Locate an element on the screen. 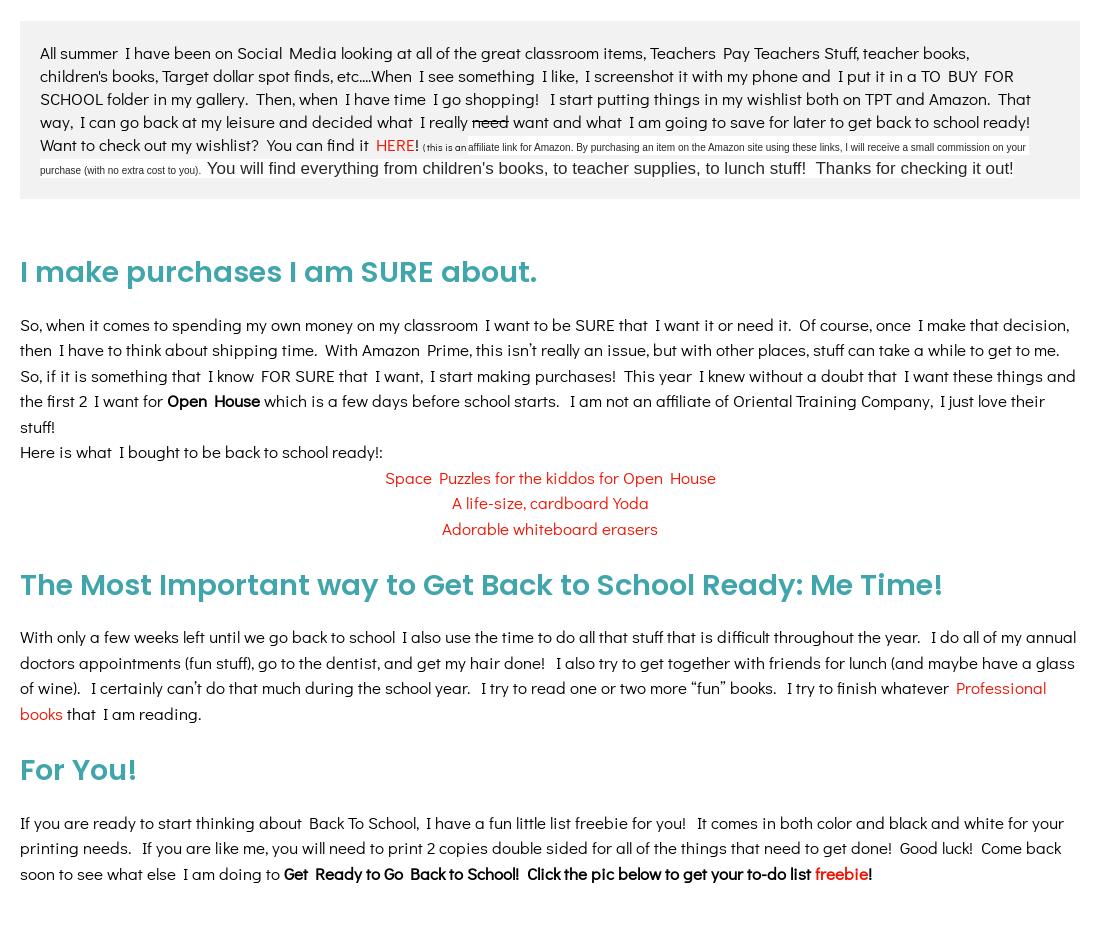 This screenshot has height=933, width=1108. 'For You!' is located at coordinates (78, 598).